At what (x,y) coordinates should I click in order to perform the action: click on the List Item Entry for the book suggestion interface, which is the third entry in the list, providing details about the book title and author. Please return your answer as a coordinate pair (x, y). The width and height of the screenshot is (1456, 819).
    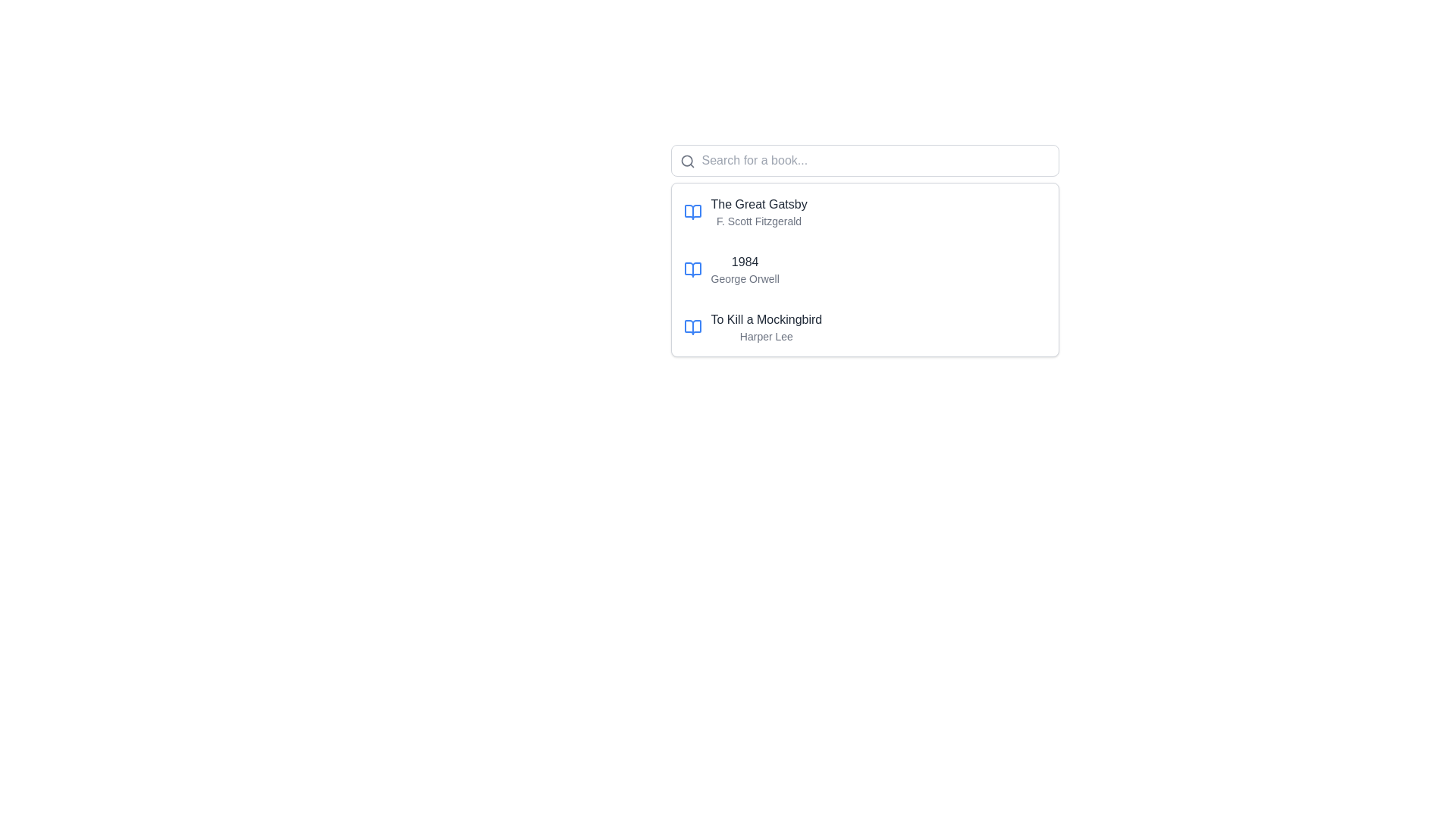
    Looking at the image, I should click on (864, 327).